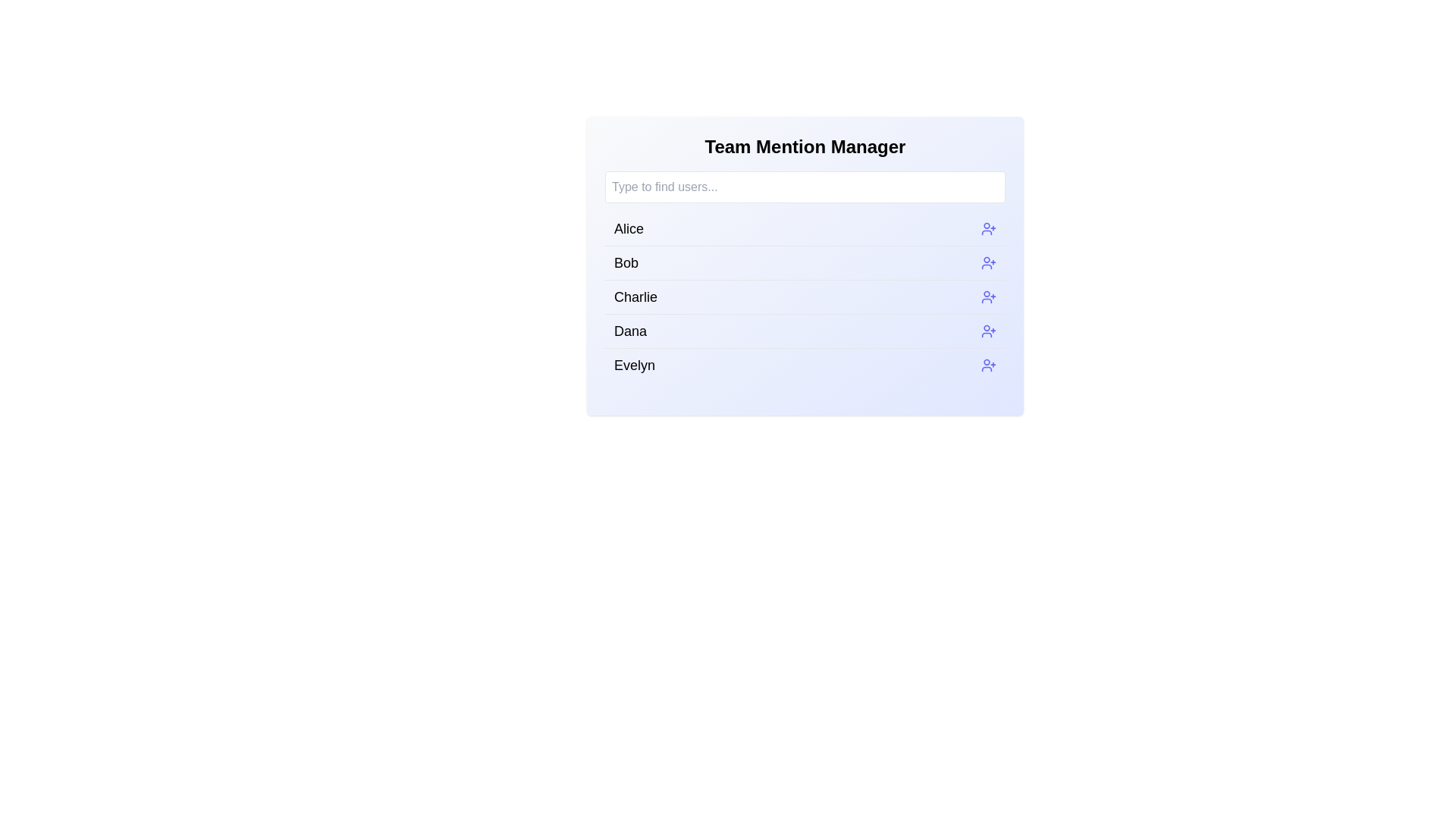  What do you see at coordinates (989, 228) in the screenshot?
I see `the indigo user icon with a '+' symbol next to it in the 'Alice' row` at bounding box center [989, 228].